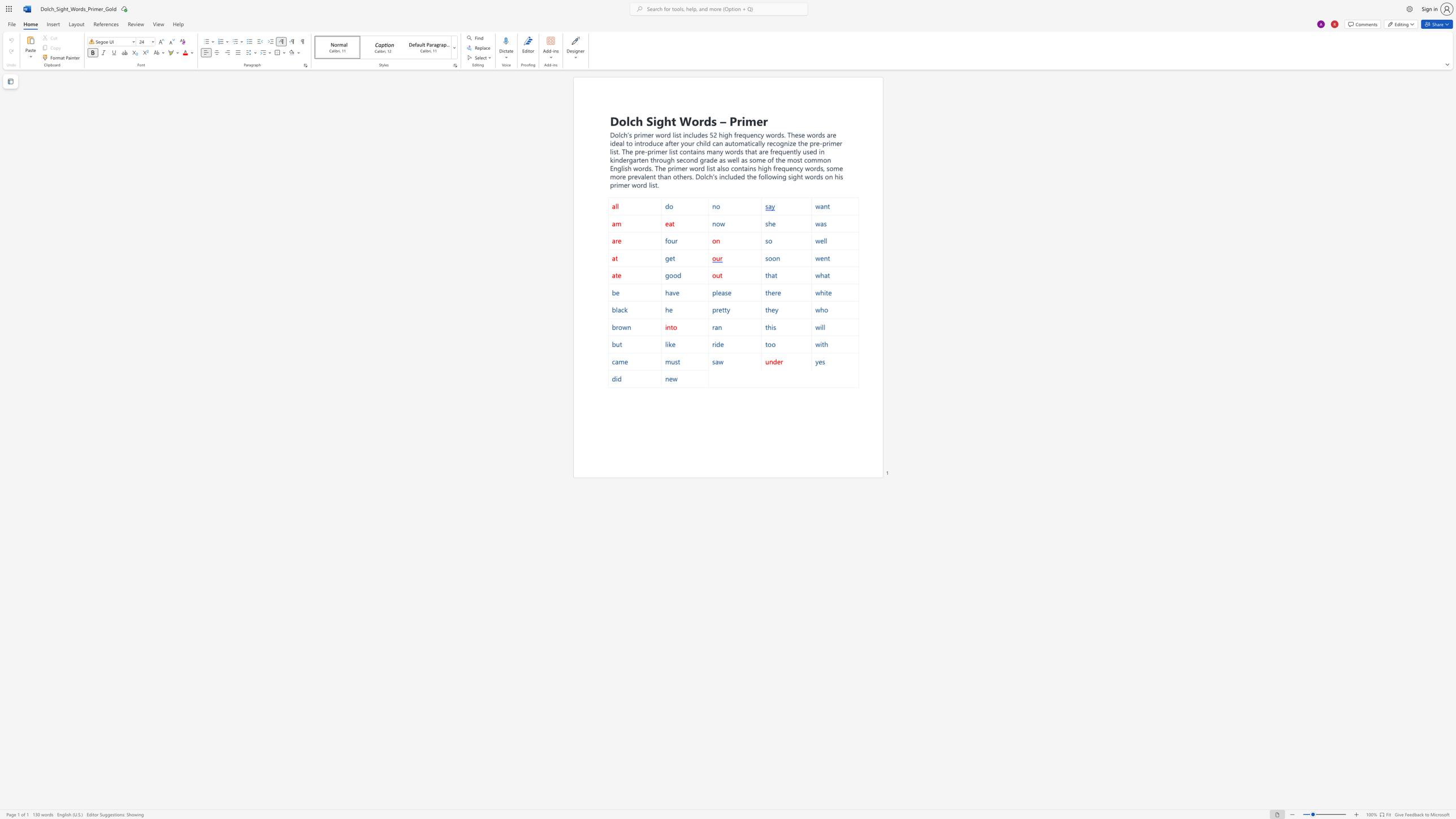 The width and height of the screenshot is (1456, 819). I want to click on the subset text "the following sight words on his primer word" within the text "high frequency words, some more prevalent than others. Dolch’s included the following sight words on his primer word list.", so click(746, 176).